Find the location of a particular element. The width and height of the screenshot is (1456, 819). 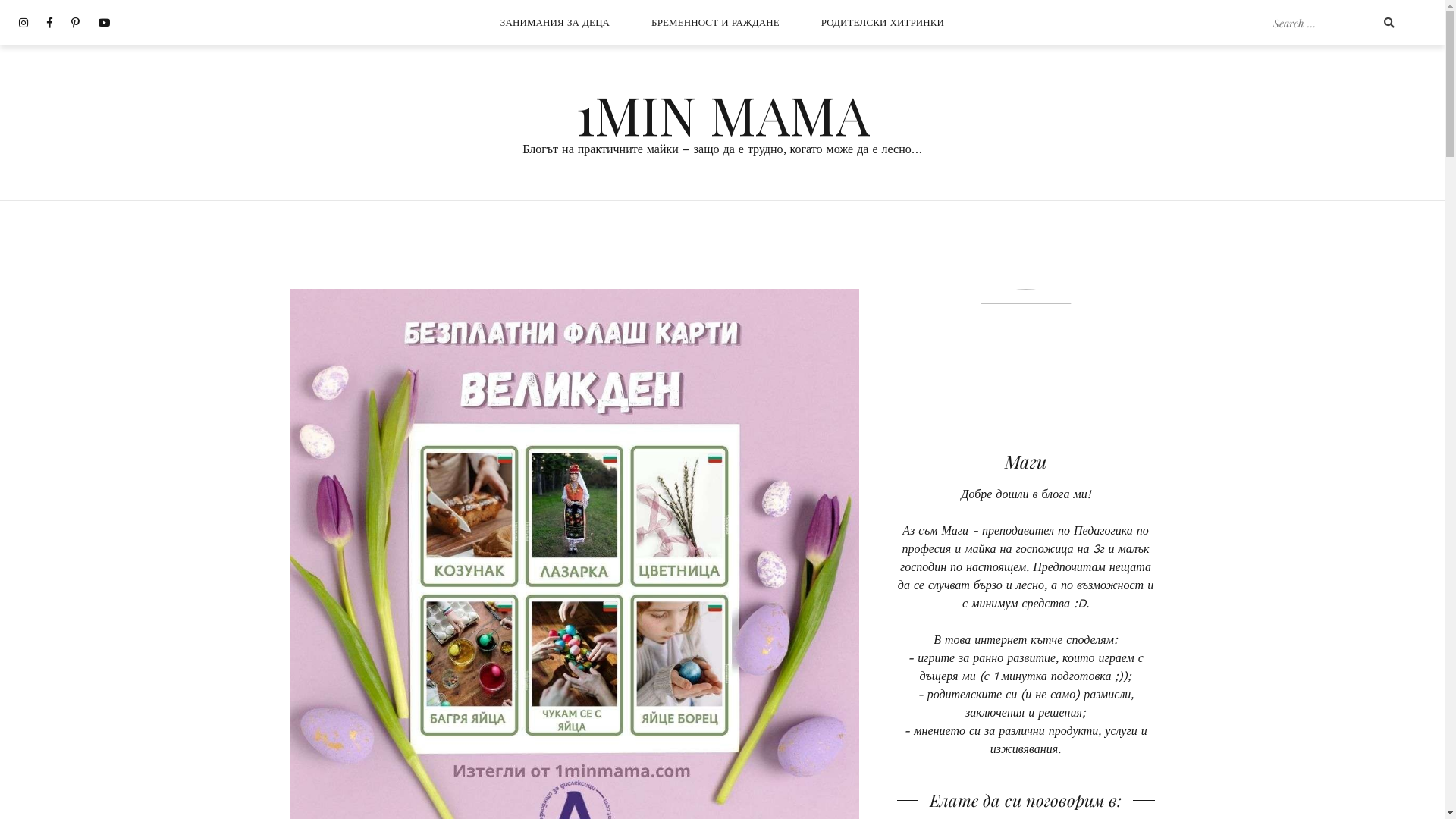

'Facebook' is located at coordinates (49, 23).